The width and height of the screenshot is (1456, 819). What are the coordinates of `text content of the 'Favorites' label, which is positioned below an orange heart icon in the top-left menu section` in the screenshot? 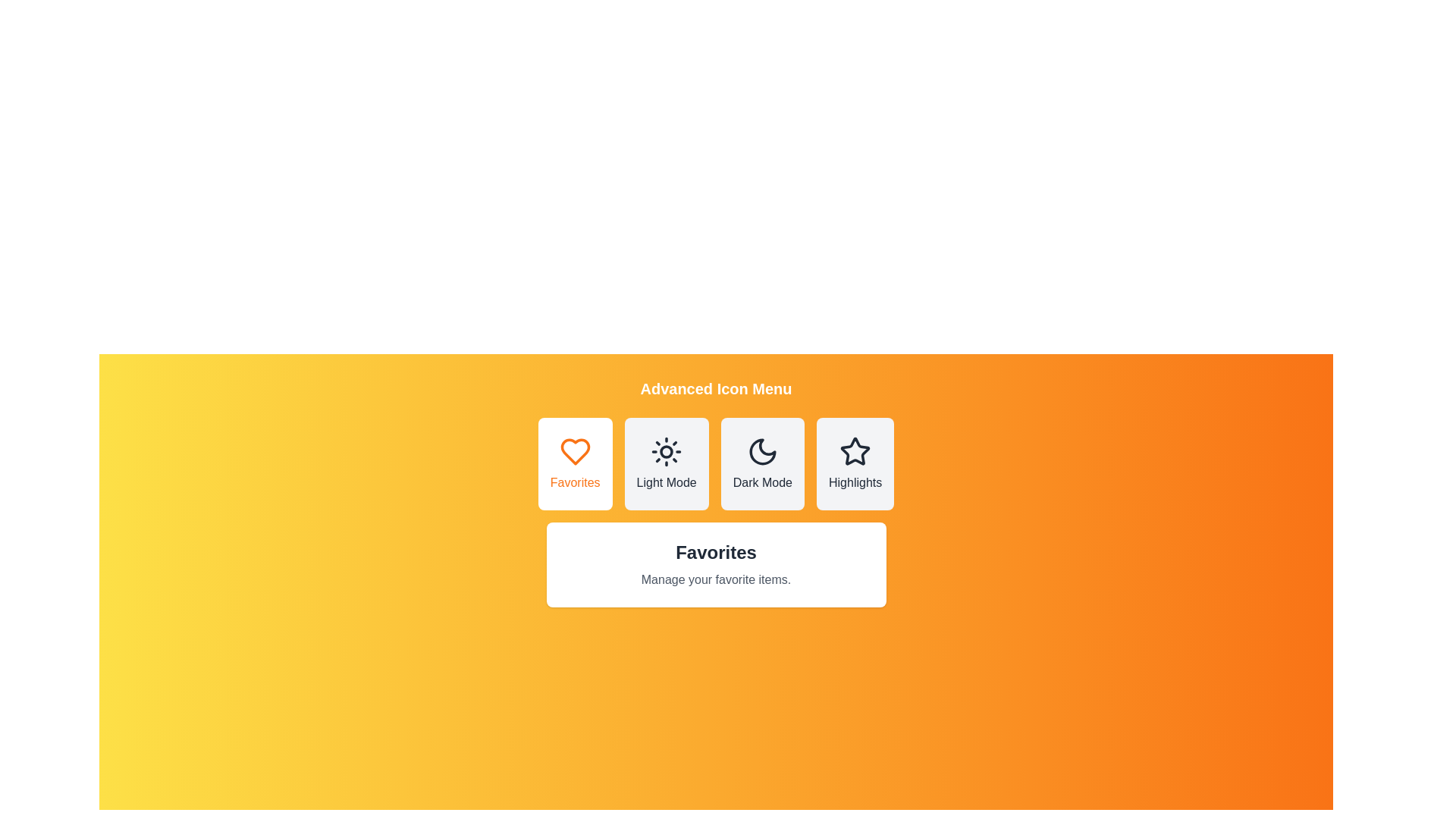 It's located at (574, 482).